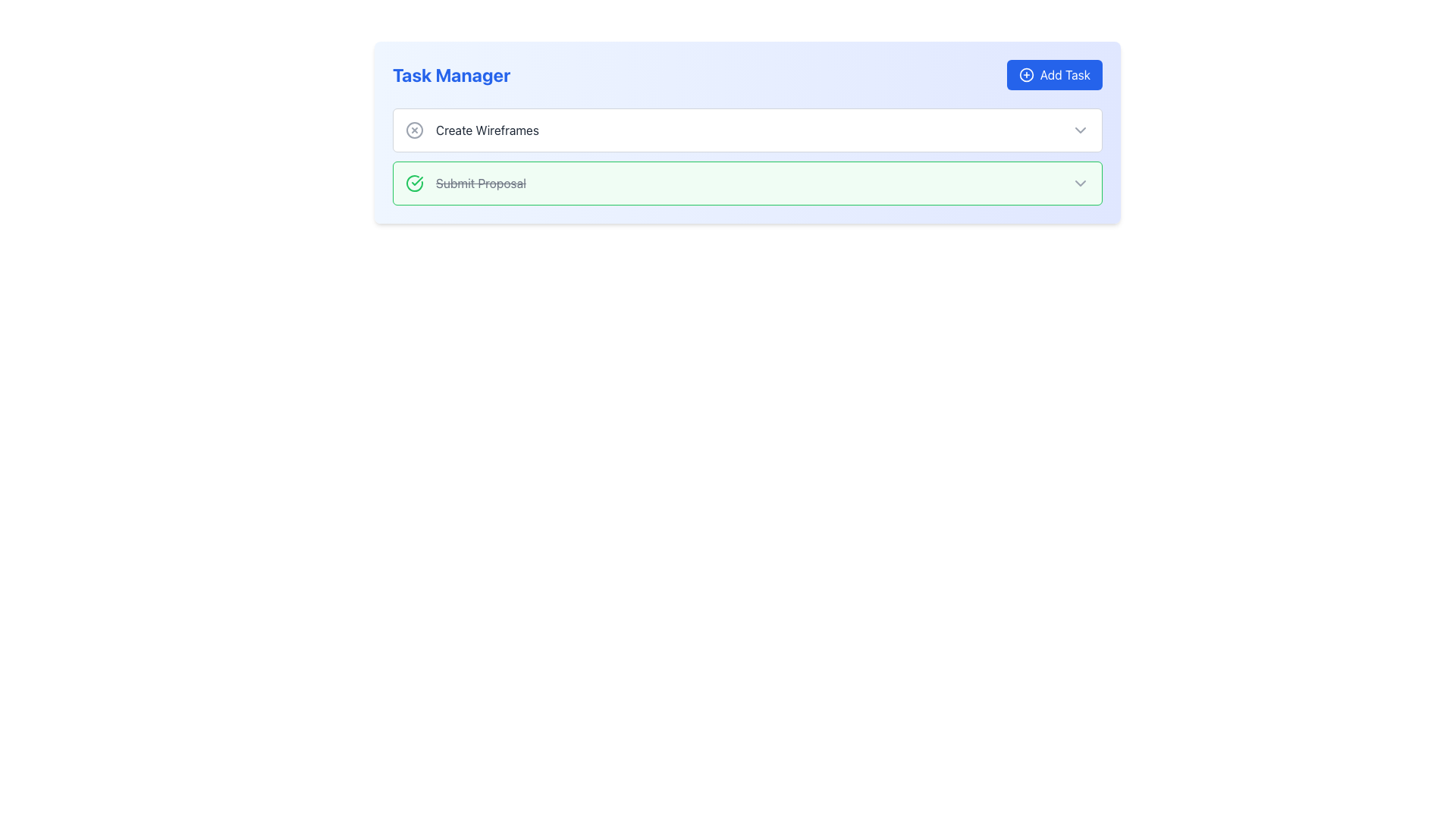 The image size is (1456, 819). I want to click on the 'Add Task' button located at the top-right corner of the interface, so click(1053, 75).